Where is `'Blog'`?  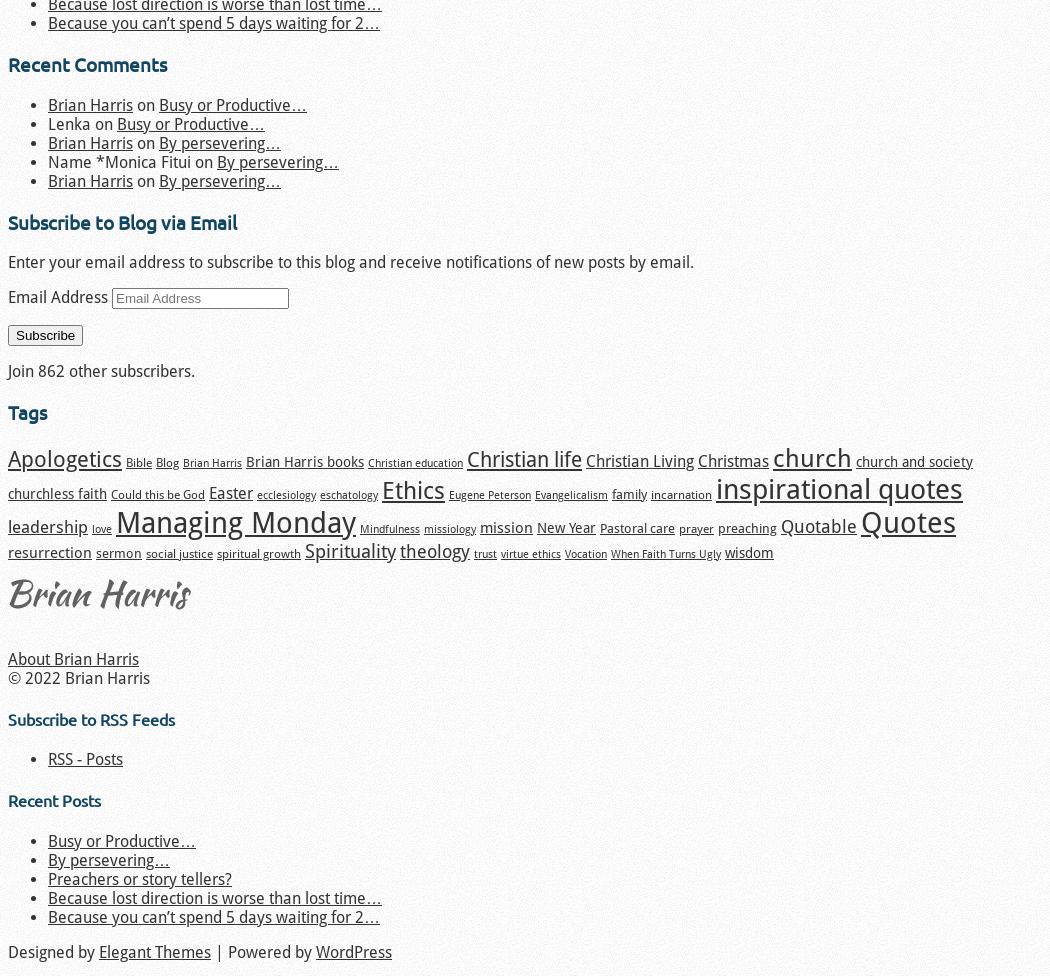 'Blog' is located at coordinates (167, 461).